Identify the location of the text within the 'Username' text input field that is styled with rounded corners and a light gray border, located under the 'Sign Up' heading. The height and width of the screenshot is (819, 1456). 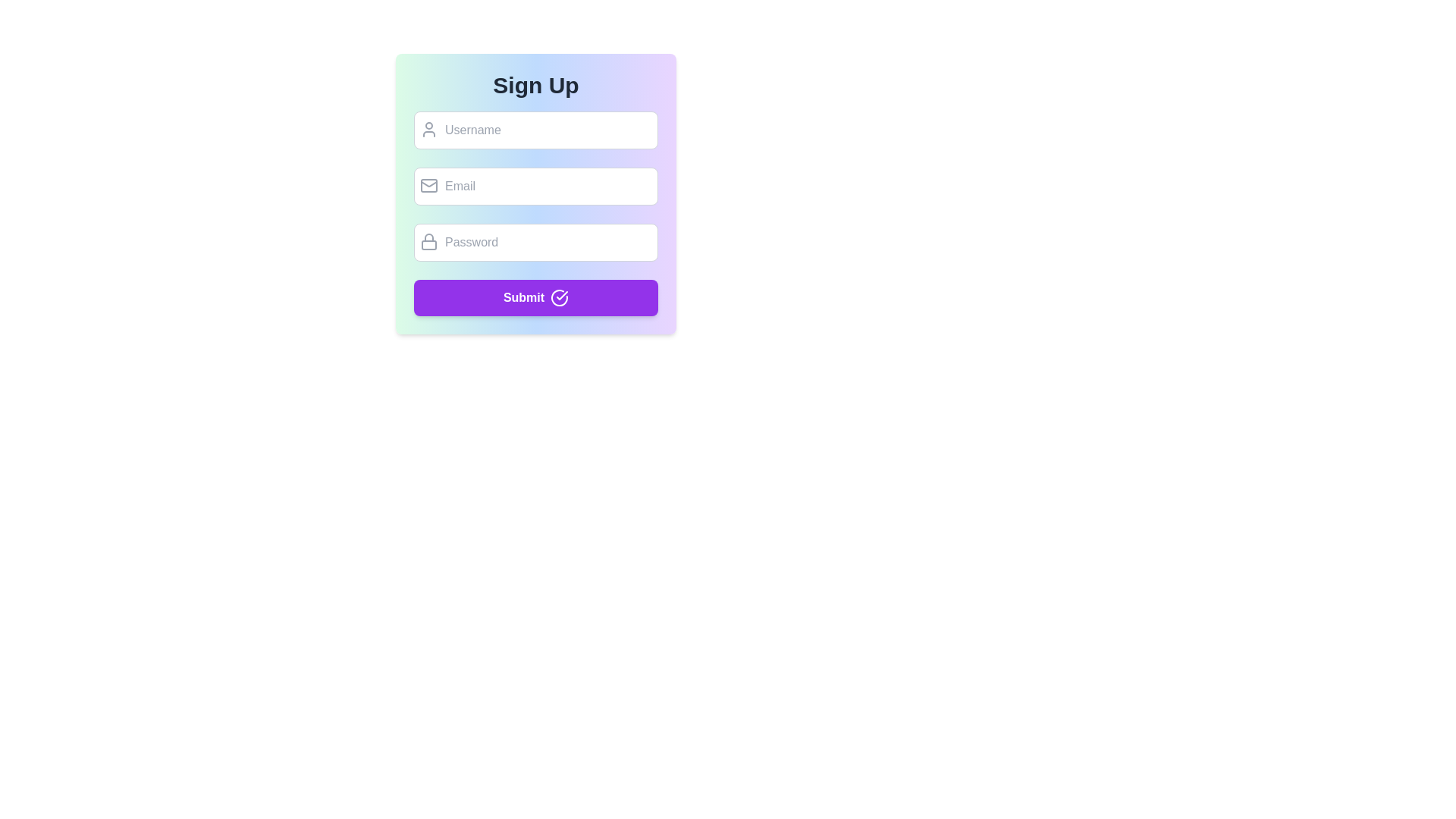
(535, 130).